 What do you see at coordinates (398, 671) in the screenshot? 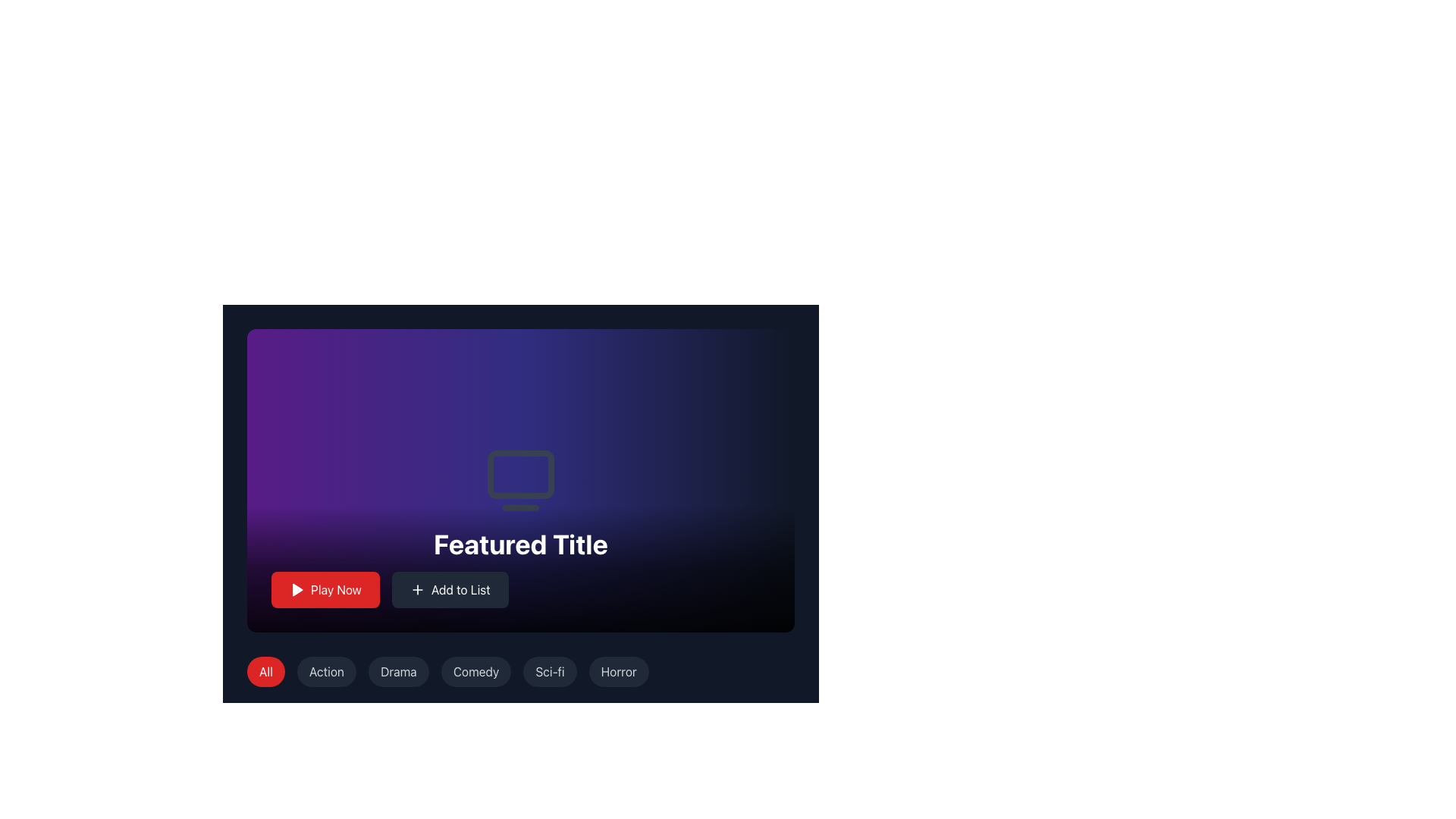
I see `the 'Drama' button` at bounding box center [398, 671].